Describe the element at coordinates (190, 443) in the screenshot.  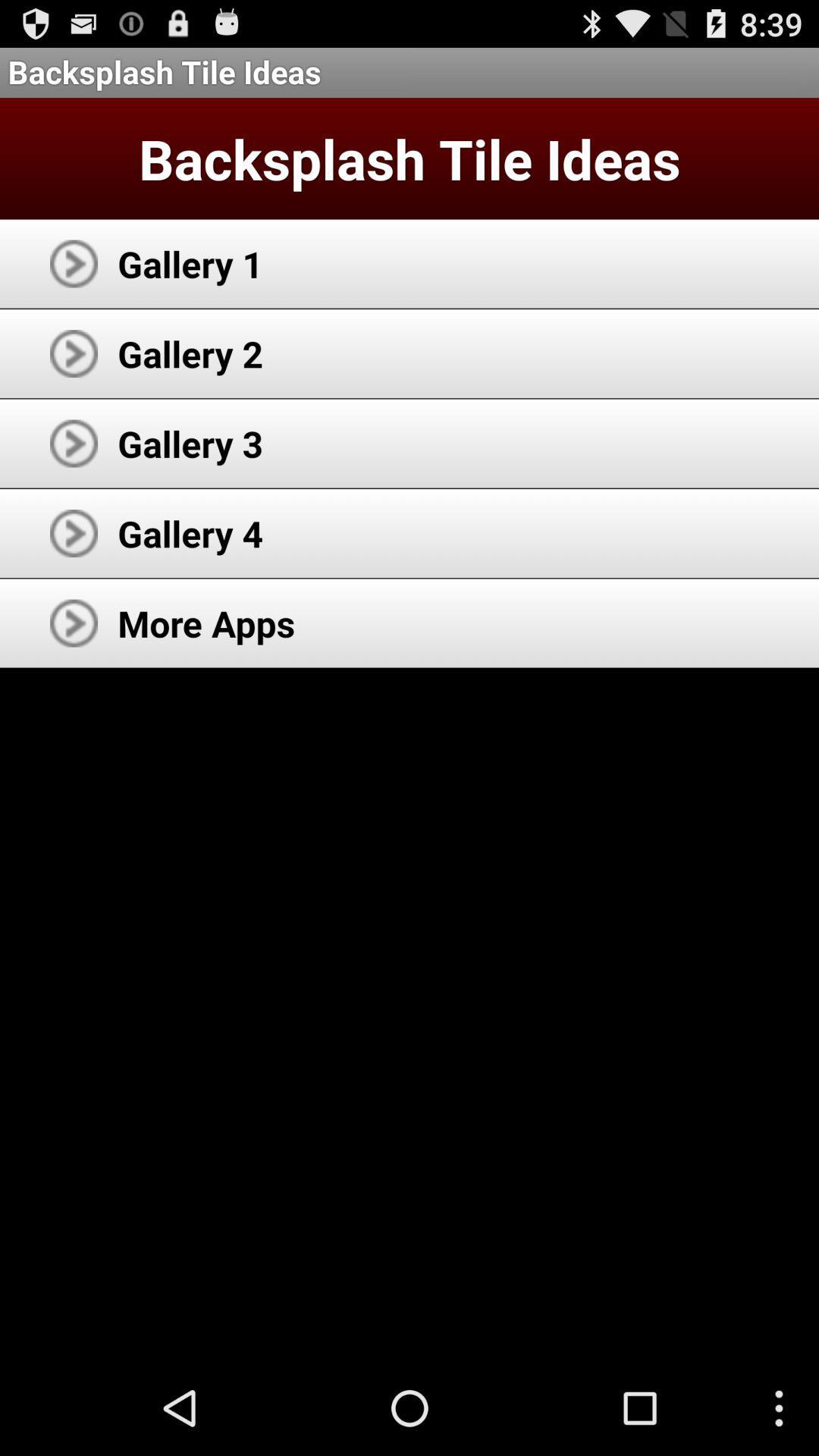
I see `the icon above gallery 4 app` at that location.